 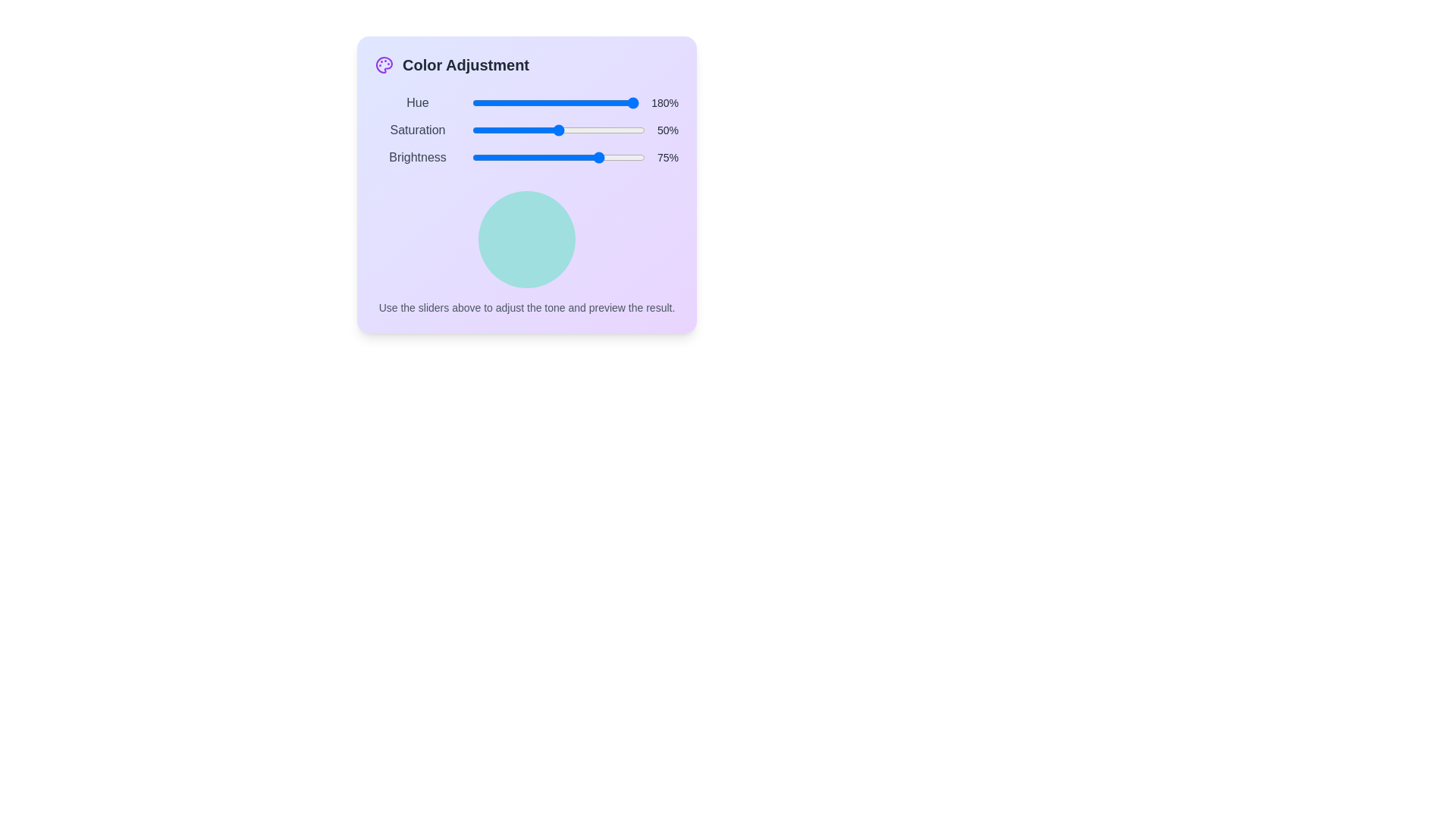 I want to click on the 'Saturation' slider to 65% by dragging the slider, so click(x=583, y=130).